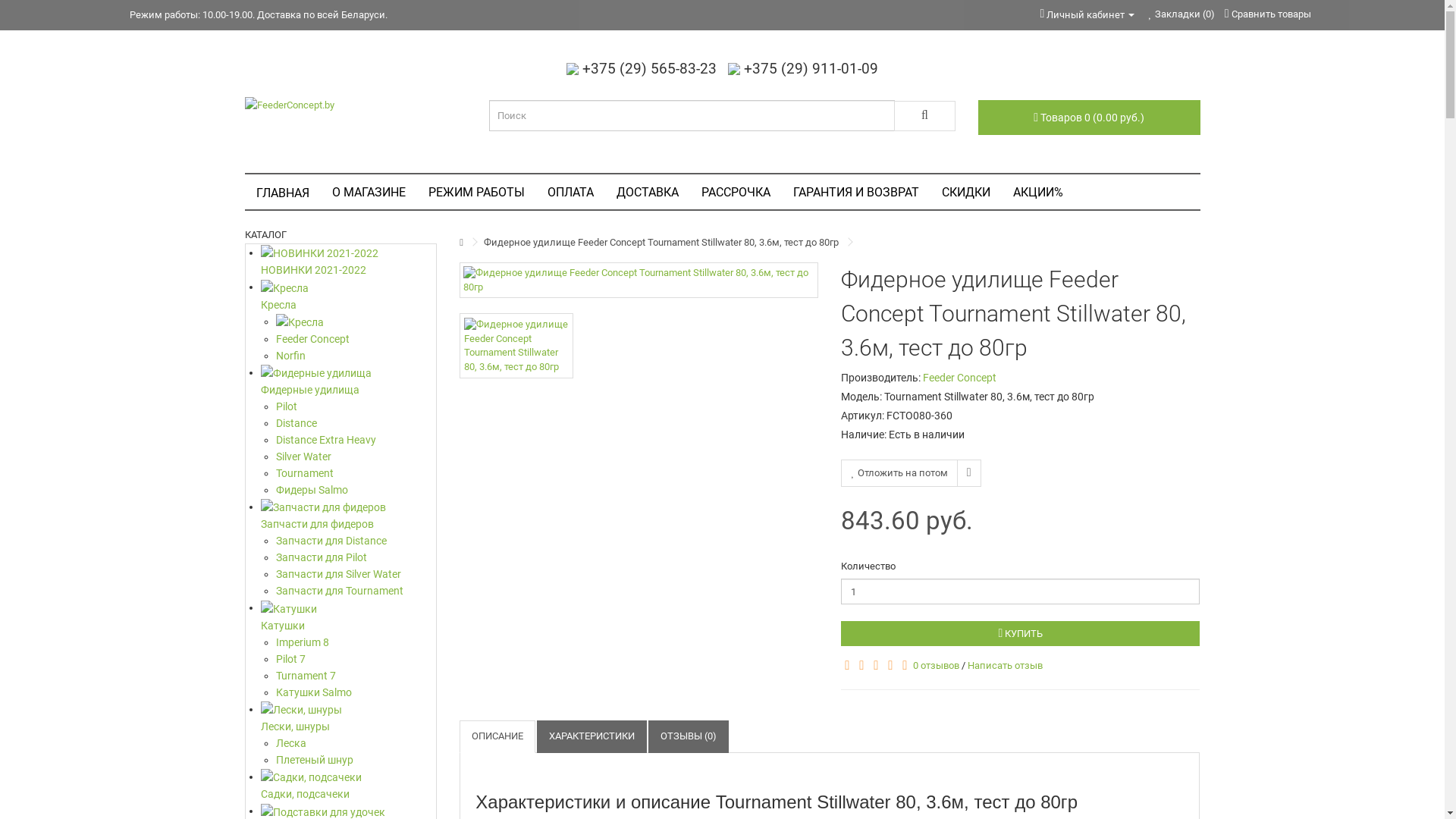  I want to click on 'FeederConcept.by', so click(243, 104).